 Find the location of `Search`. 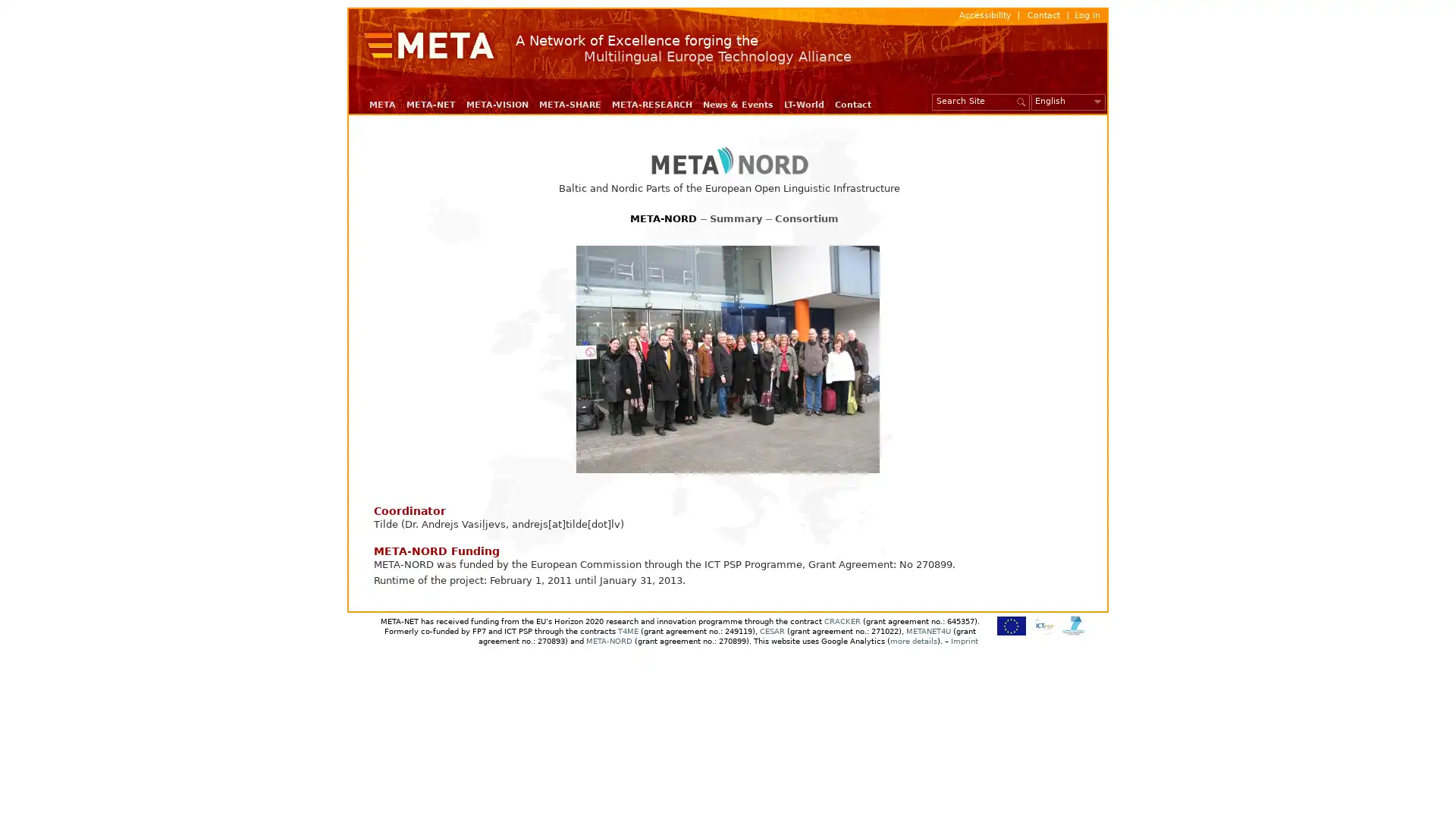

Search is located at coordinates (1022, 101).